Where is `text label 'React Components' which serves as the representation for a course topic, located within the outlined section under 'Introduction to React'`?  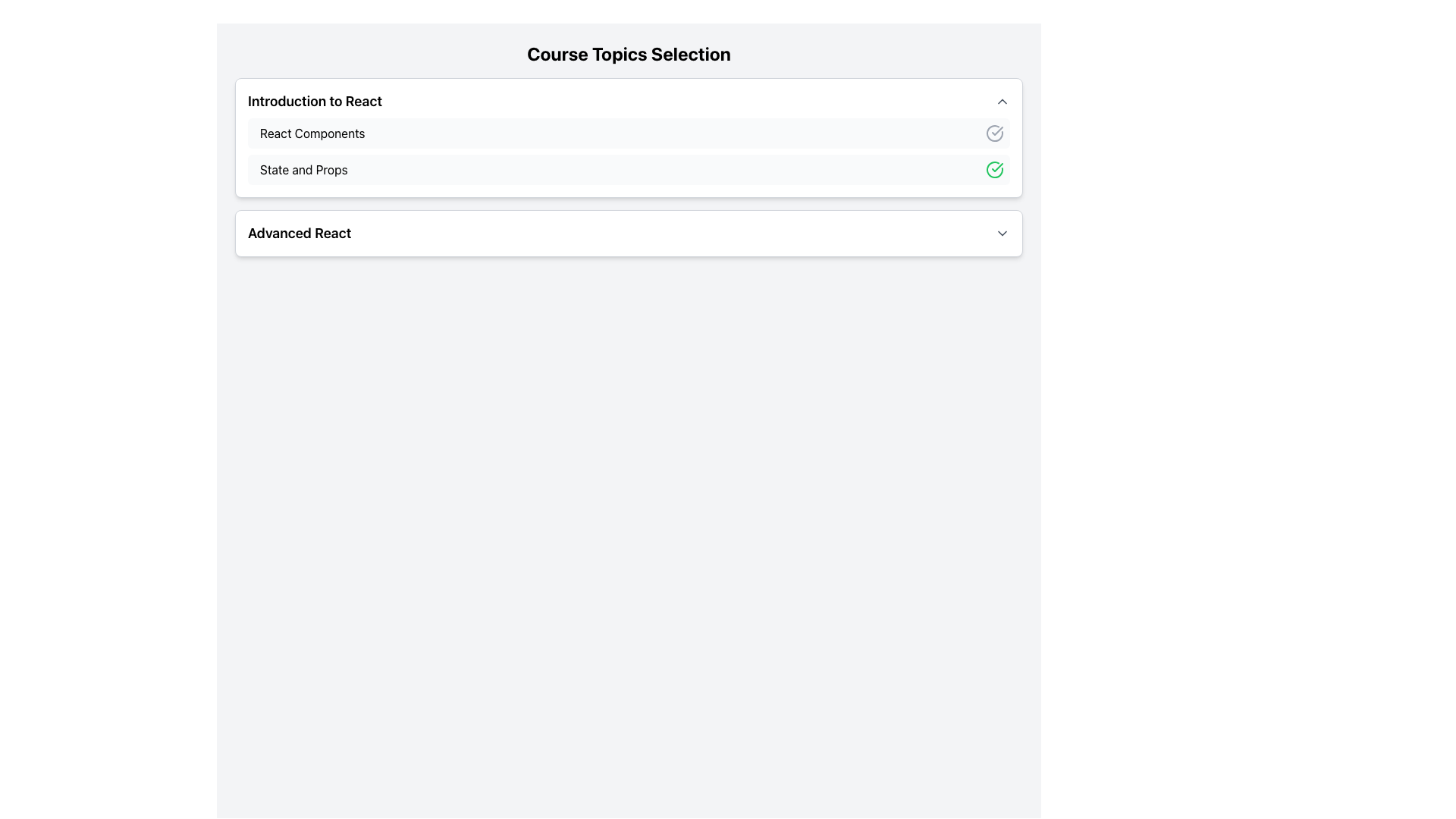 text label 'React Components' which serves as the representation for a course topic, located within the outlined section under 'Introduction to React' is located at coordinates (312, 133).